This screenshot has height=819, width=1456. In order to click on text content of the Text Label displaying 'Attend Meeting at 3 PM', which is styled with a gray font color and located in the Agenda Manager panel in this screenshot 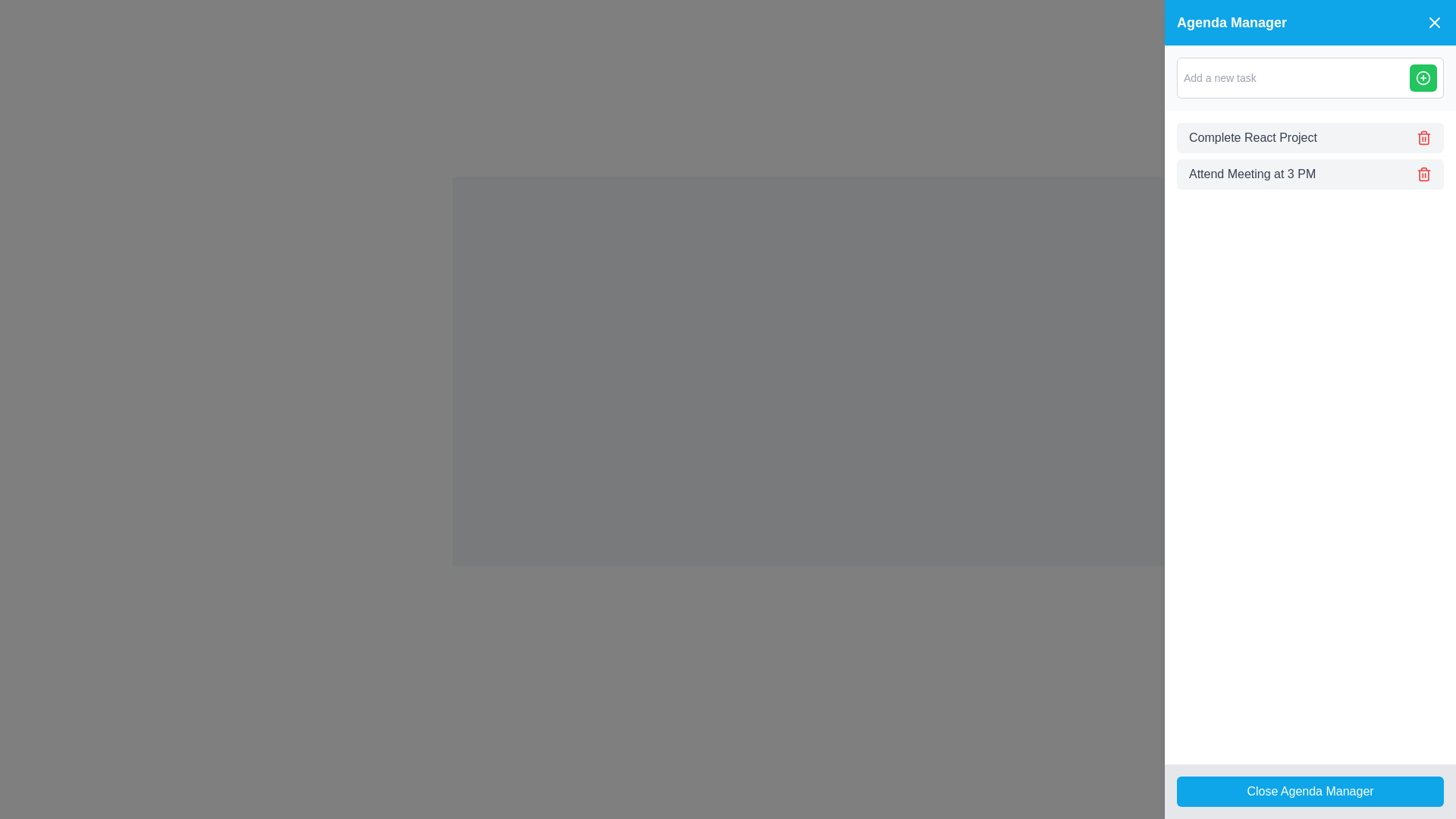, I will do `click(1252, 174)`.